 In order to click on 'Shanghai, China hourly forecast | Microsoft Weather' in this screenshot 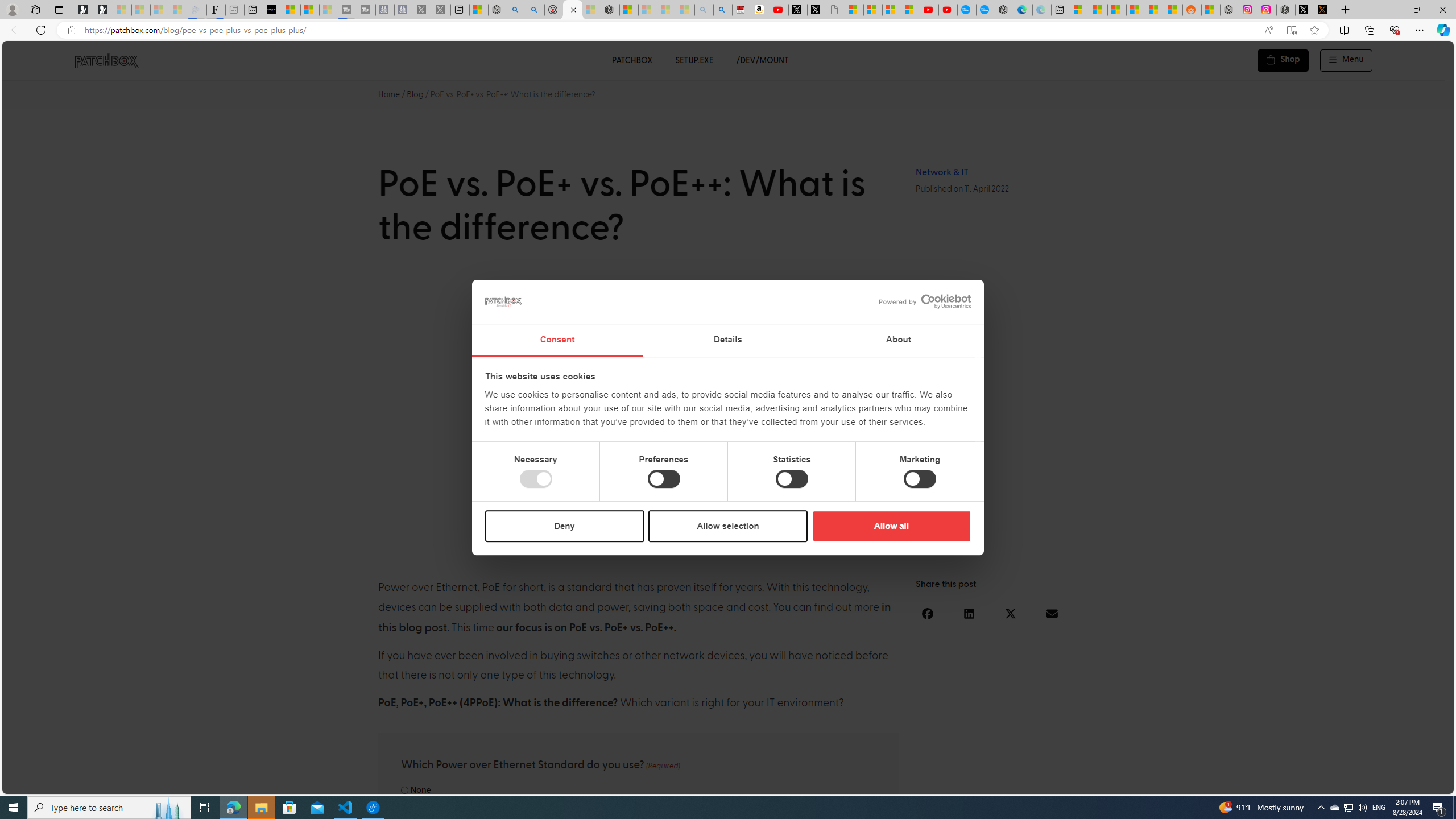, I will do `click(1116, 9)`.